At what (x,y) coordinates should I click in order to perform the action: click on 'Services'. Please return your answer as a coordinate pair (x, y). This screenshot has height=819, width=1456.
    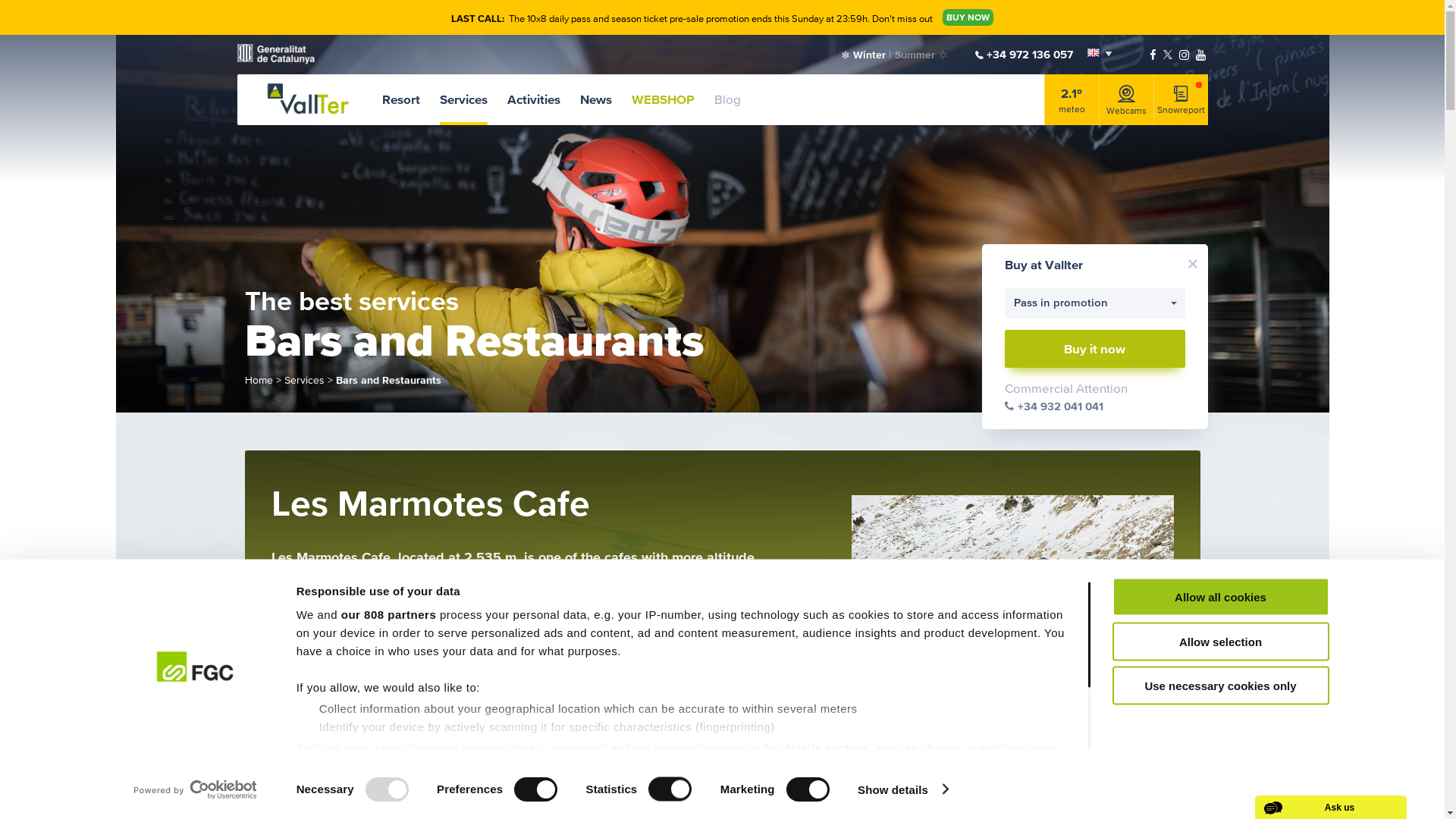
    Looking at the image, I should click on (463, 99).